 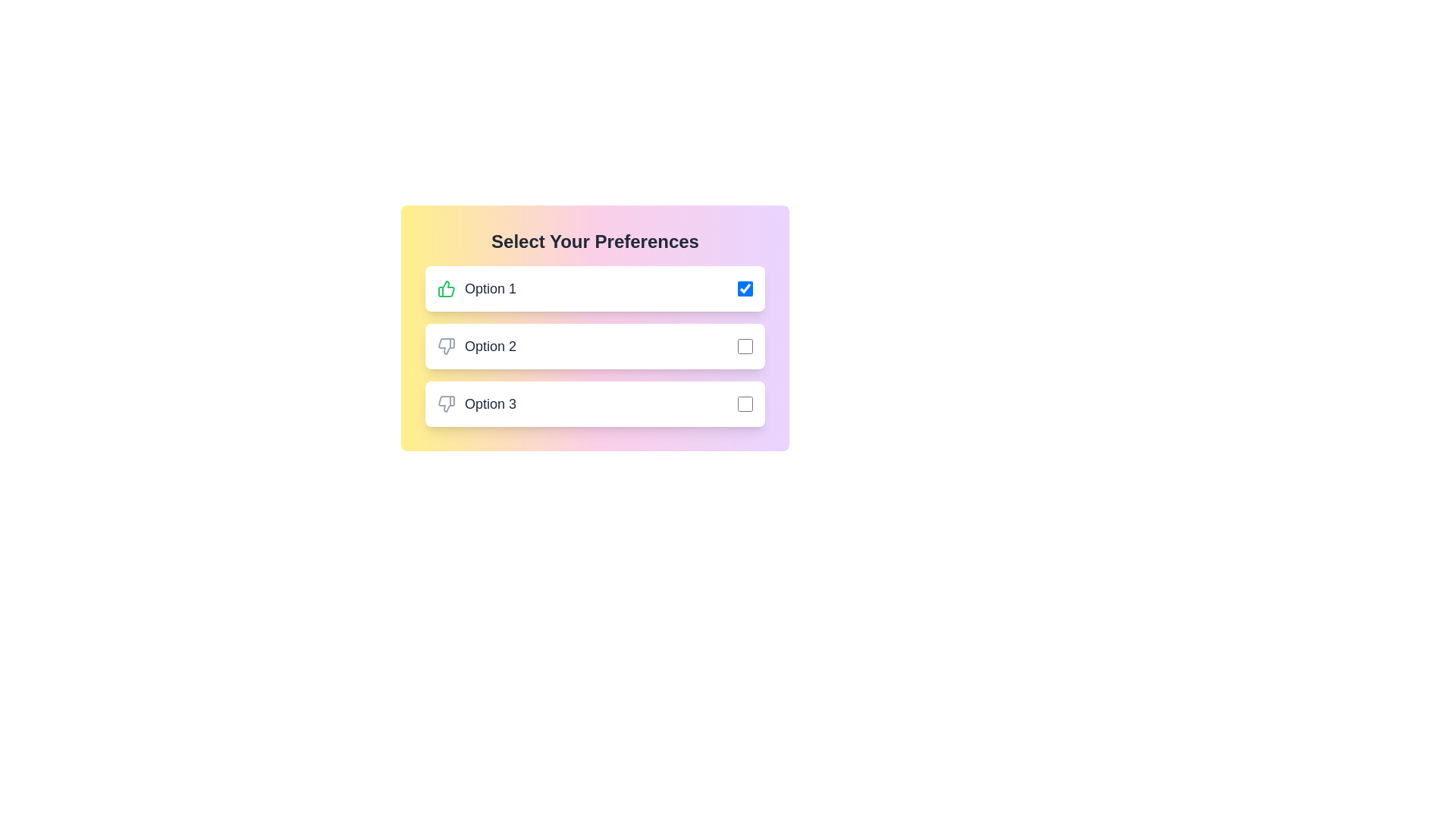 What do you see at coordinates (491, 289) in the screenshot?
I see `text displayed in the text label that indicates the name or title of the first option in the list, which is located centrally between a thumbs-up icon and a checkbox in the first row of selectable preferences` at bounding box center [491, 289].